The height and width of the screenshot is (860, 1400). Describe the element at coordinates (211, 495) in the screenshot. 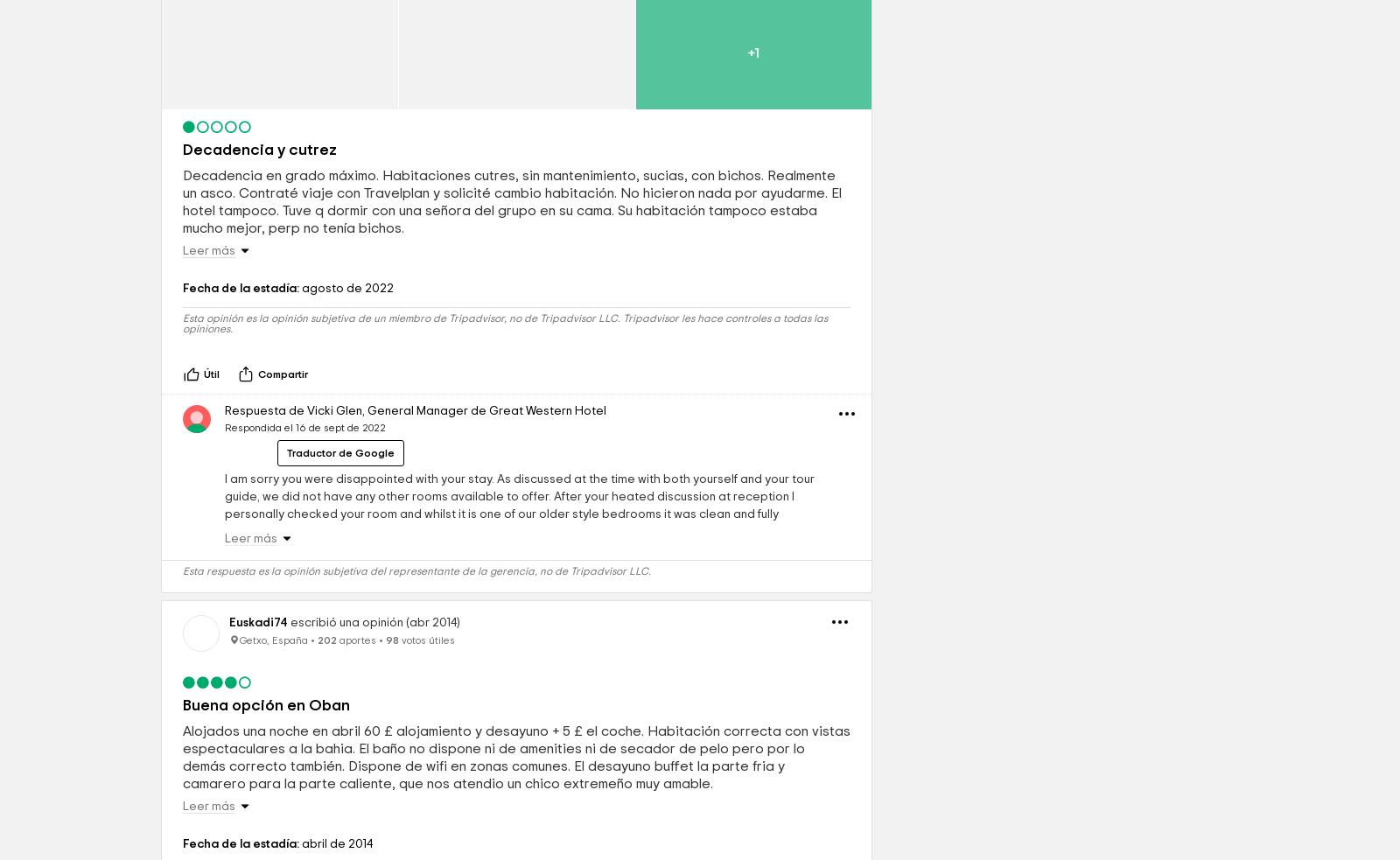

I see `'Útil'` at that location.